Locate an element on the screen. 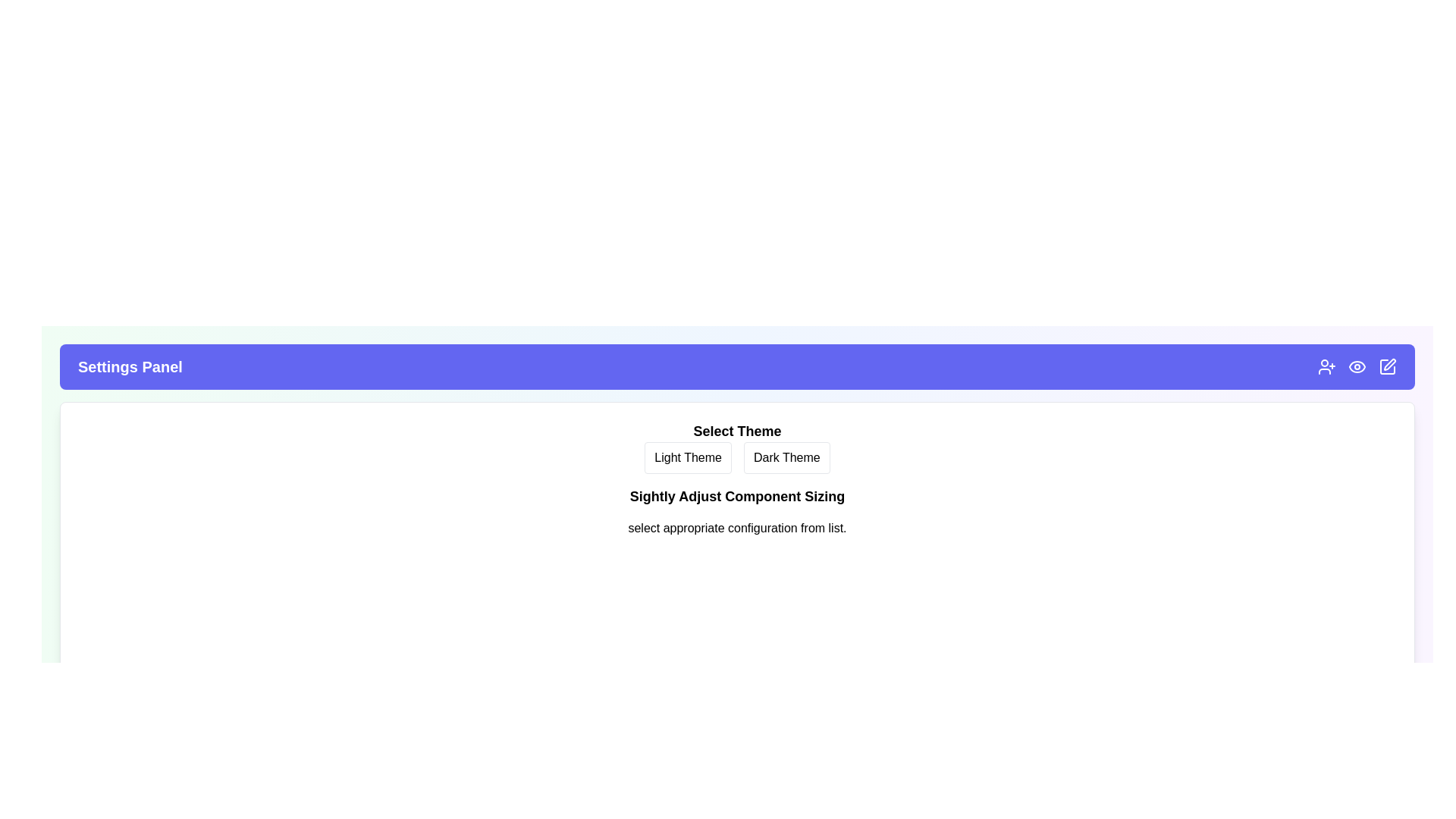 This screenshot has height=819, width=1456. the visibility toggle icon is located at coordinates (1357, 366).